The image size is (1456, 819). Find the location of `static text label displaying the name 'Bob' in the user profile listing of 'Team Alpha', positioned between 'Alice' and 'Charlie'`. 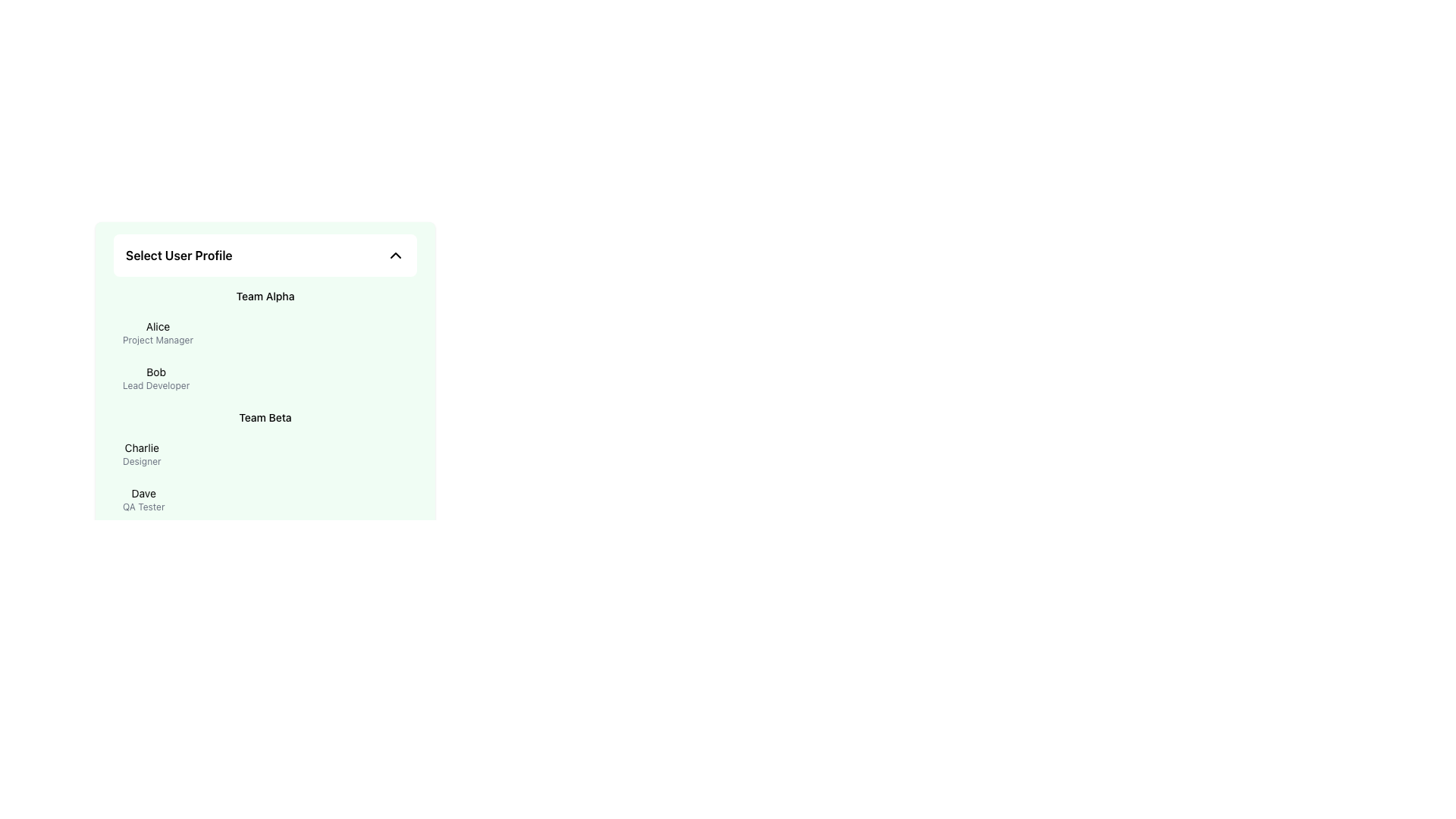

static text label displaying the name 'Bob' in the user profile listing of 'Team Alpha', positioned between 'Alice' and 'Charlie' is located at coordinates (156, 372).